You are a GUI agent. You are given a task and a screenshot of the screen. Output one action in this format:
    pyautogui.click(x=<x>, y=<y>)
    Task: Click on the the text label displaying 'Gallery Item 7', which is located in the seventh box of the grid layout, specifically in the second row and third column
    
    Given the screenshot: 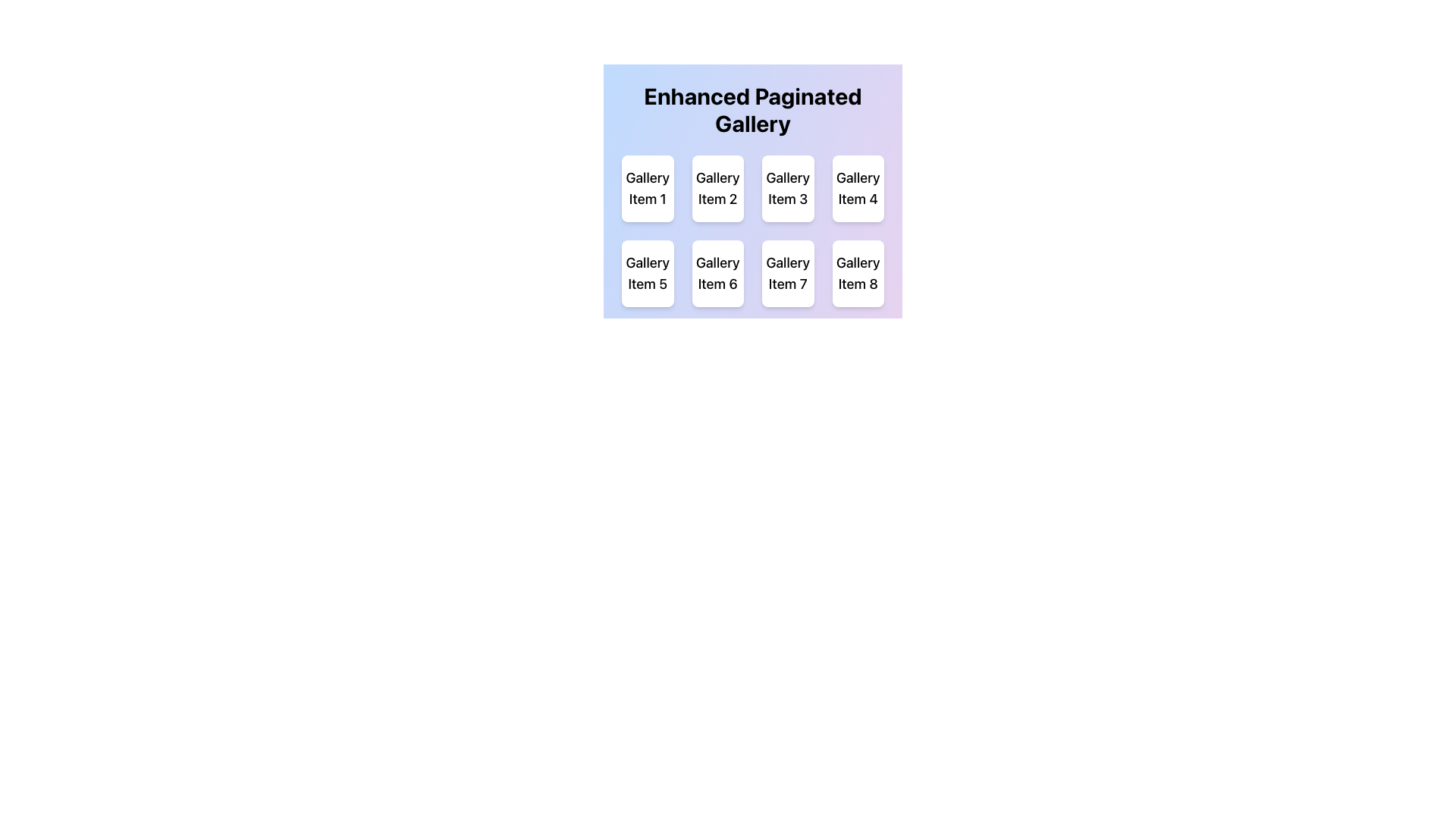 What is the action you would take?
    pyautogui.click(x=788, y=274)
    